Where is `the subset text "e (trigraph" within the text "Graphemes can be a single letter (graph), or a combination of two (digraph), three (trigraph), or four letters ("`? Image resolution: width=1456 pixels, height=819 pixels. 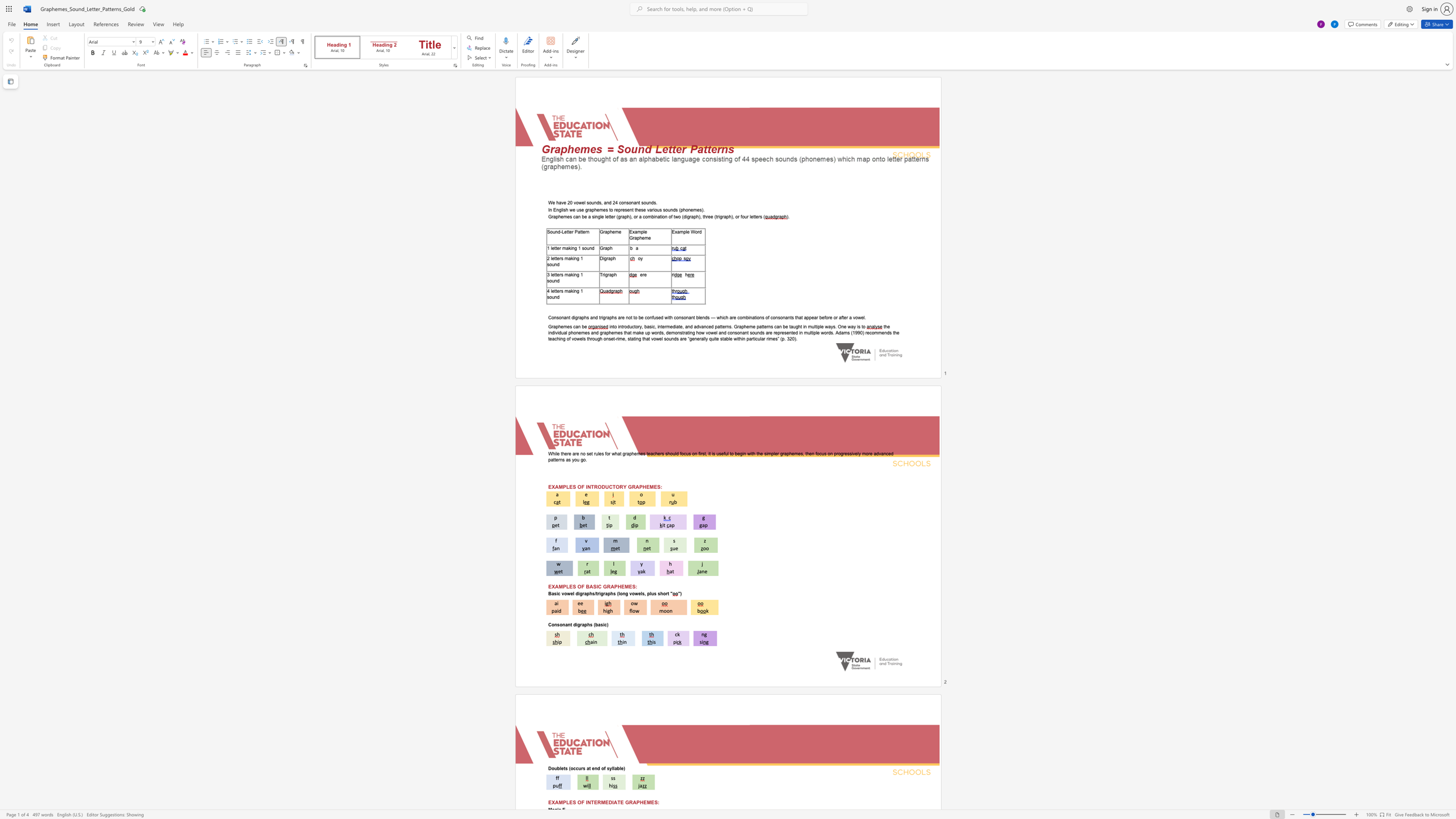
the subset text "e (trigraph" within the text "Graphemes can be a single letter (graph), or a combination of two (digraph), three (trigraph), or four letters (" is located at coordinates (710, 216).